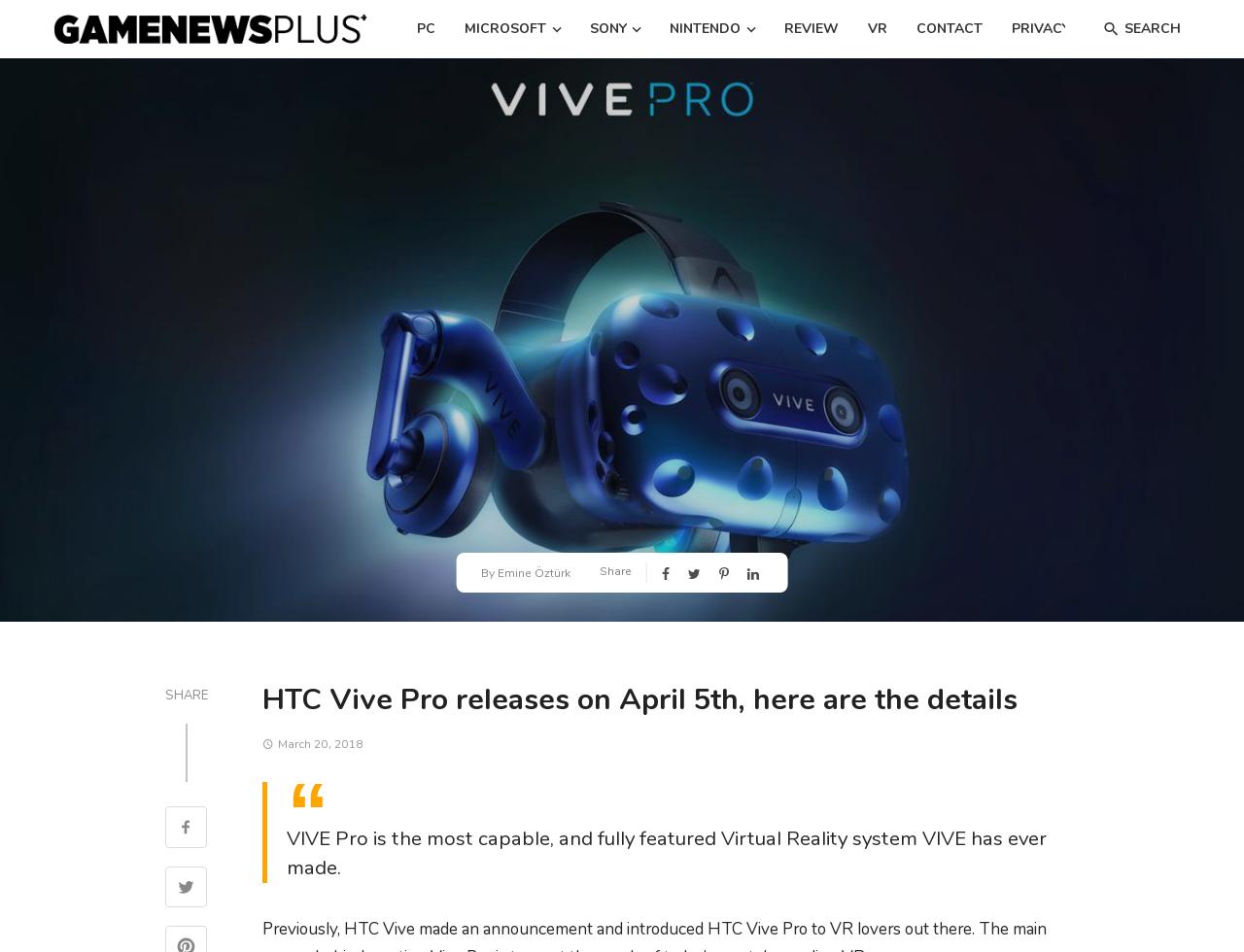  I want to click on 'Review', so click(811, 28).